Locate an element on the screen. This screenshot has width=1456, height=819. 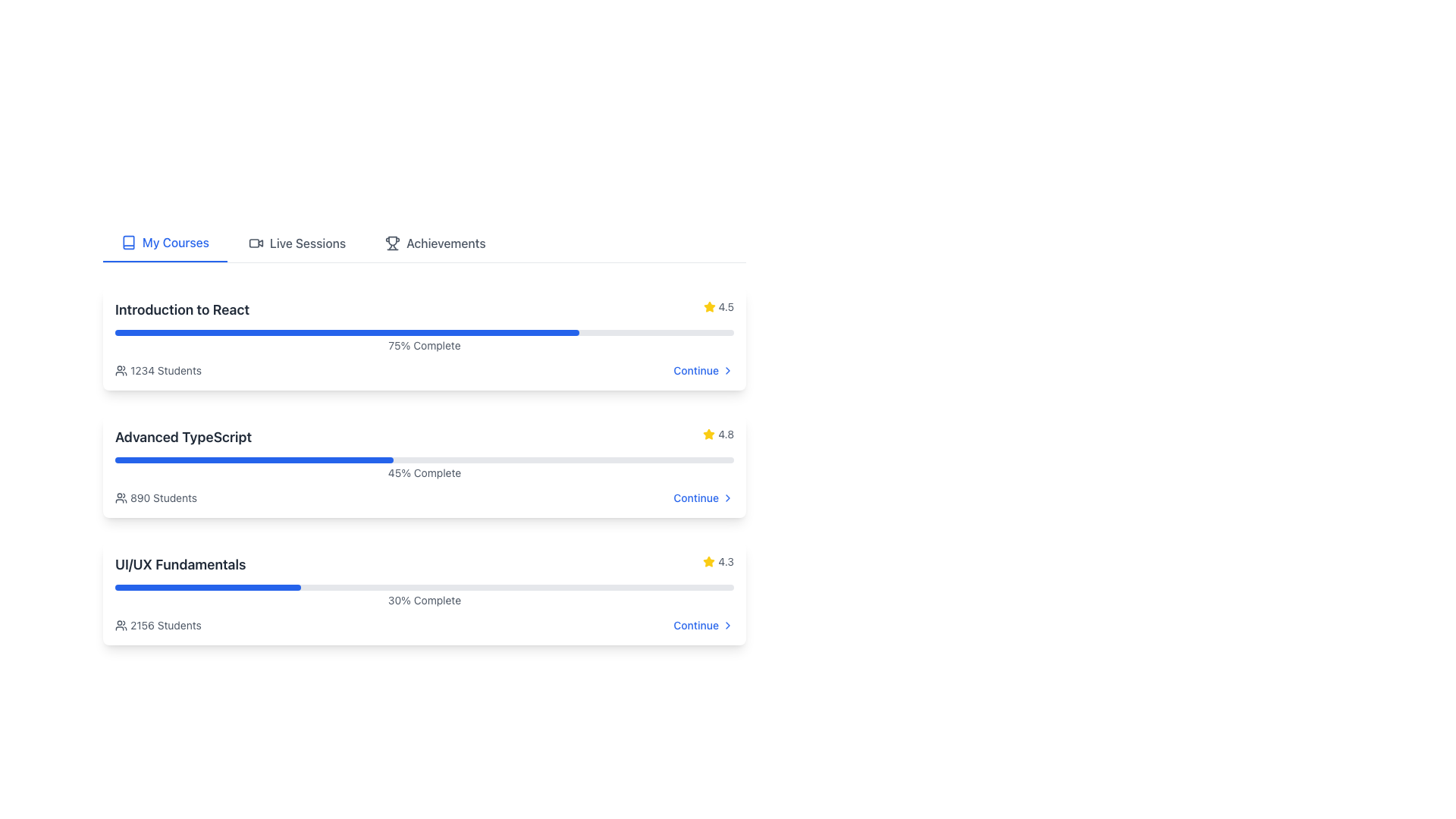
the navigational button located at the bottom-right of the 'Advanced TypeScript' section to proceed to the next step of the course is located at coordinates (702, 497).